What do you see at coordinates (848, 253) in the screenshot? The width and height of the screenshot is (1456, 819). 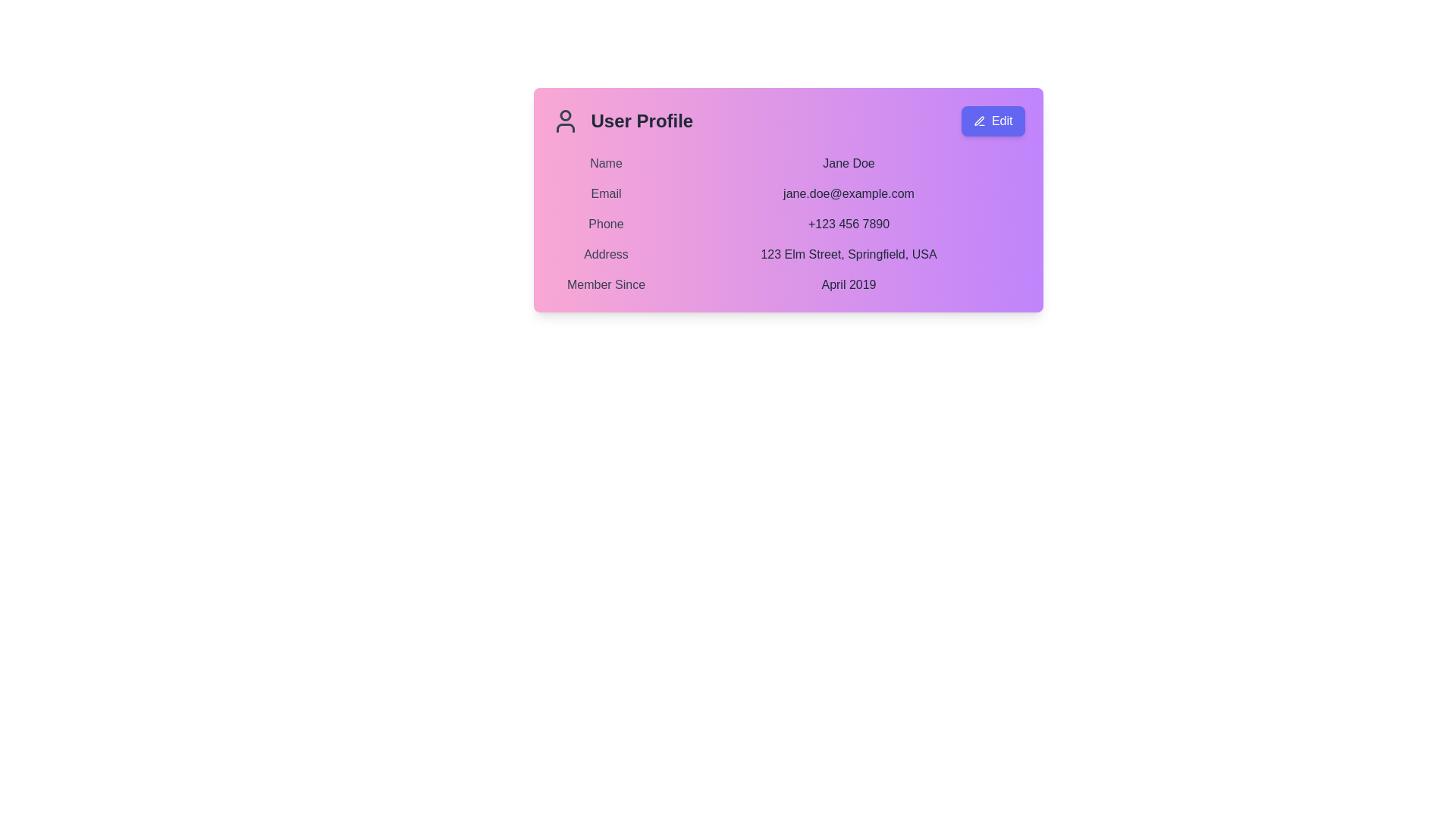 I see `the static address display element located in the fourth row of the profile card, under the 'Address' label` at bounding box center [848, 253].